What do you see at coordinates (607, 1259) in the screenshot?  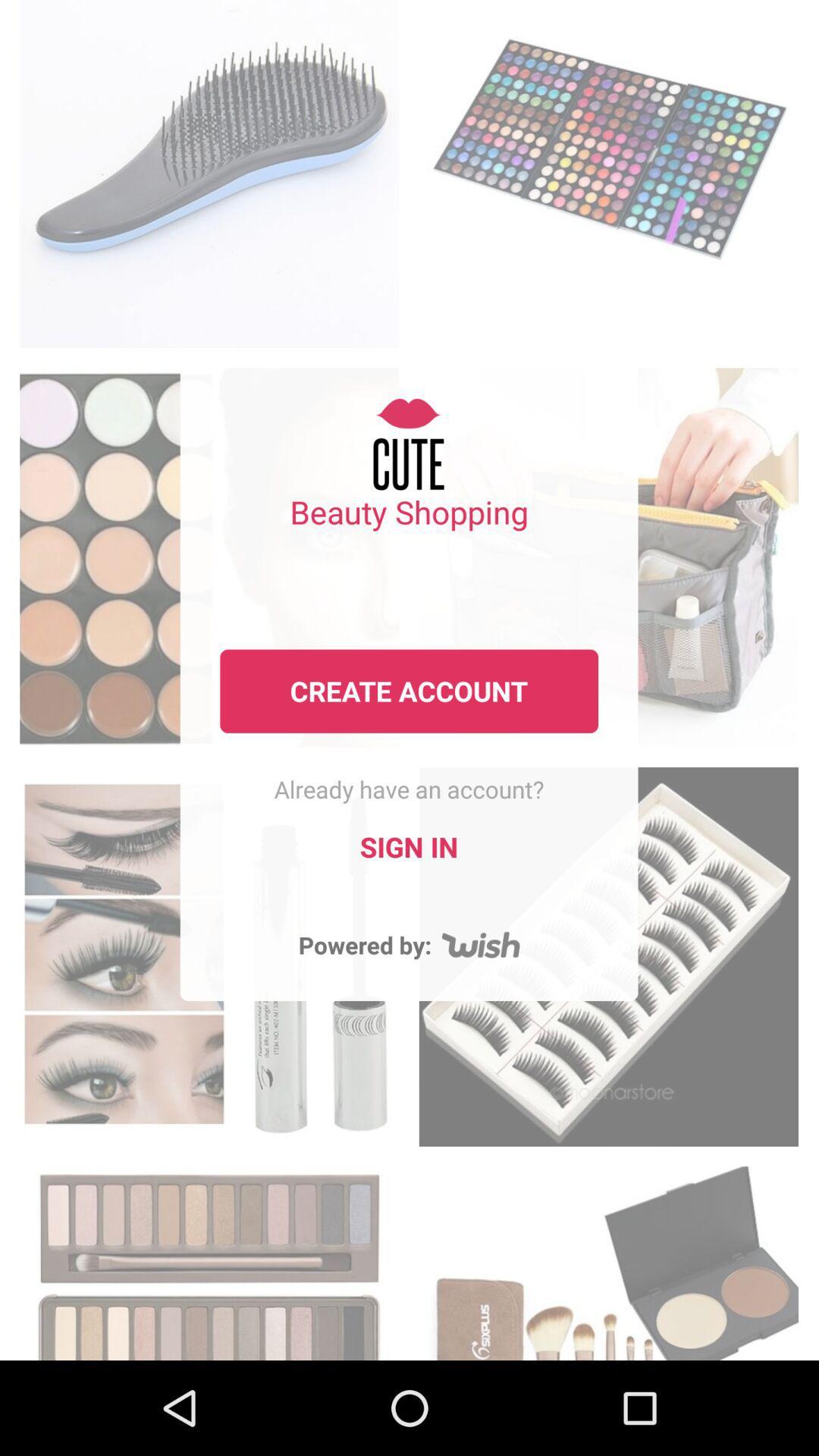 I see `browse the cosmetics` at bounding box center [607, 1259].